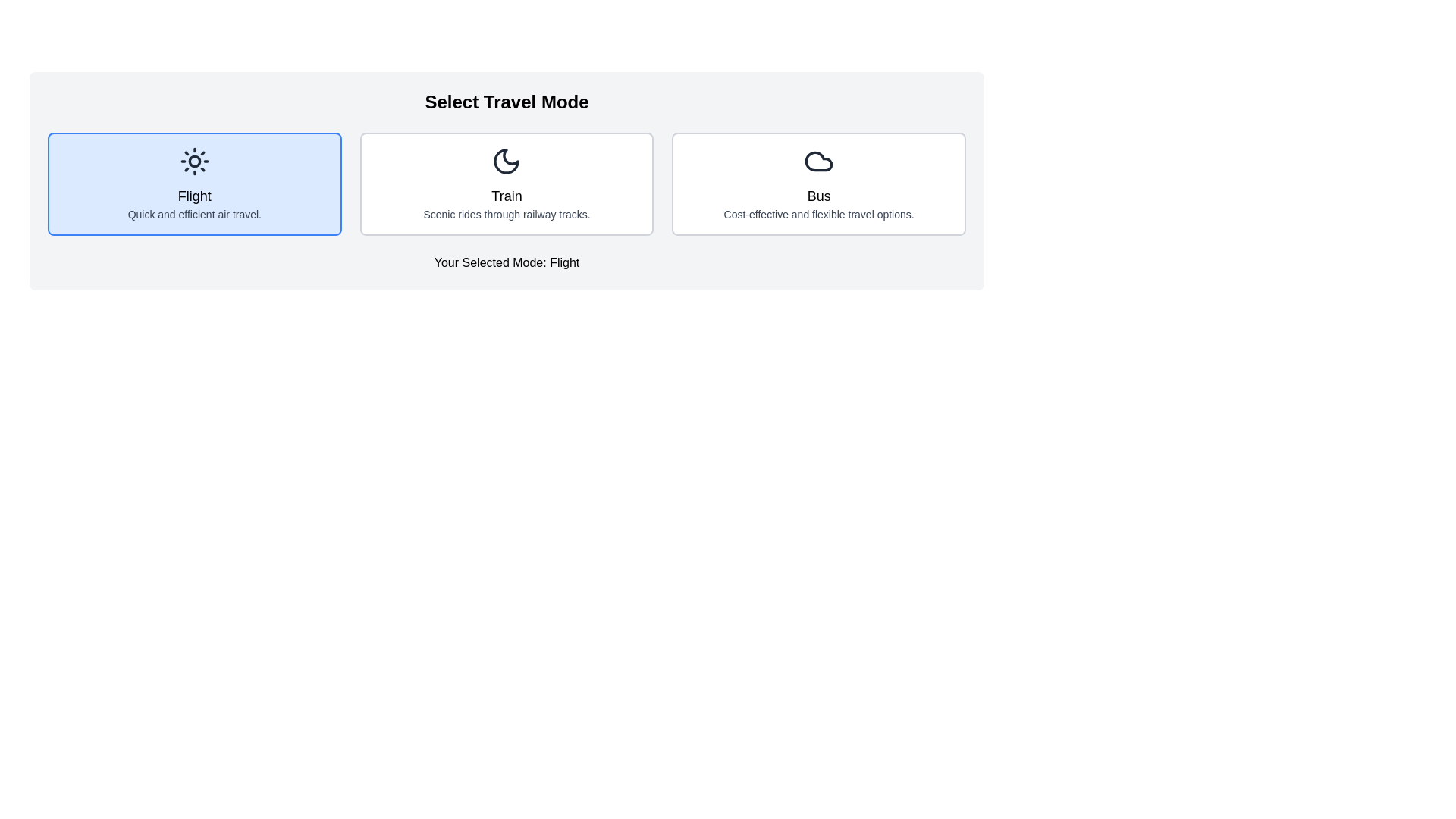  I want to click on the label that displays the phrase 'Your Selected Mode:' which is positioned to the left of the 'Flight' option indicator, so click(490, 262).